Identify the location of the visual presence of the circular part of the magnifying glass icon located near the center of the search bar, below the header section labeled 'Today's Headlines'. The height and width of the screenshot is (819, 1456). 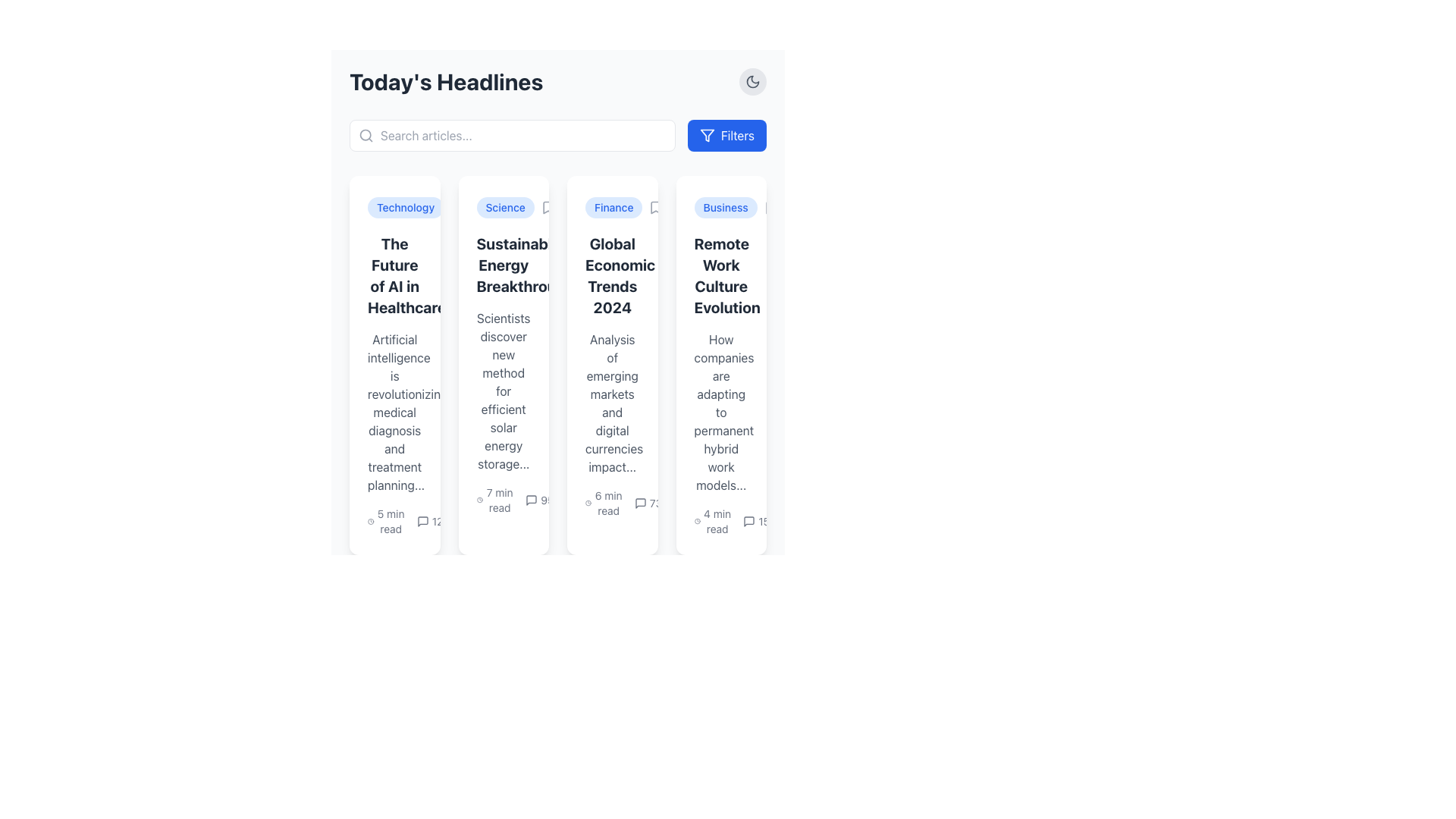
(366, 134).